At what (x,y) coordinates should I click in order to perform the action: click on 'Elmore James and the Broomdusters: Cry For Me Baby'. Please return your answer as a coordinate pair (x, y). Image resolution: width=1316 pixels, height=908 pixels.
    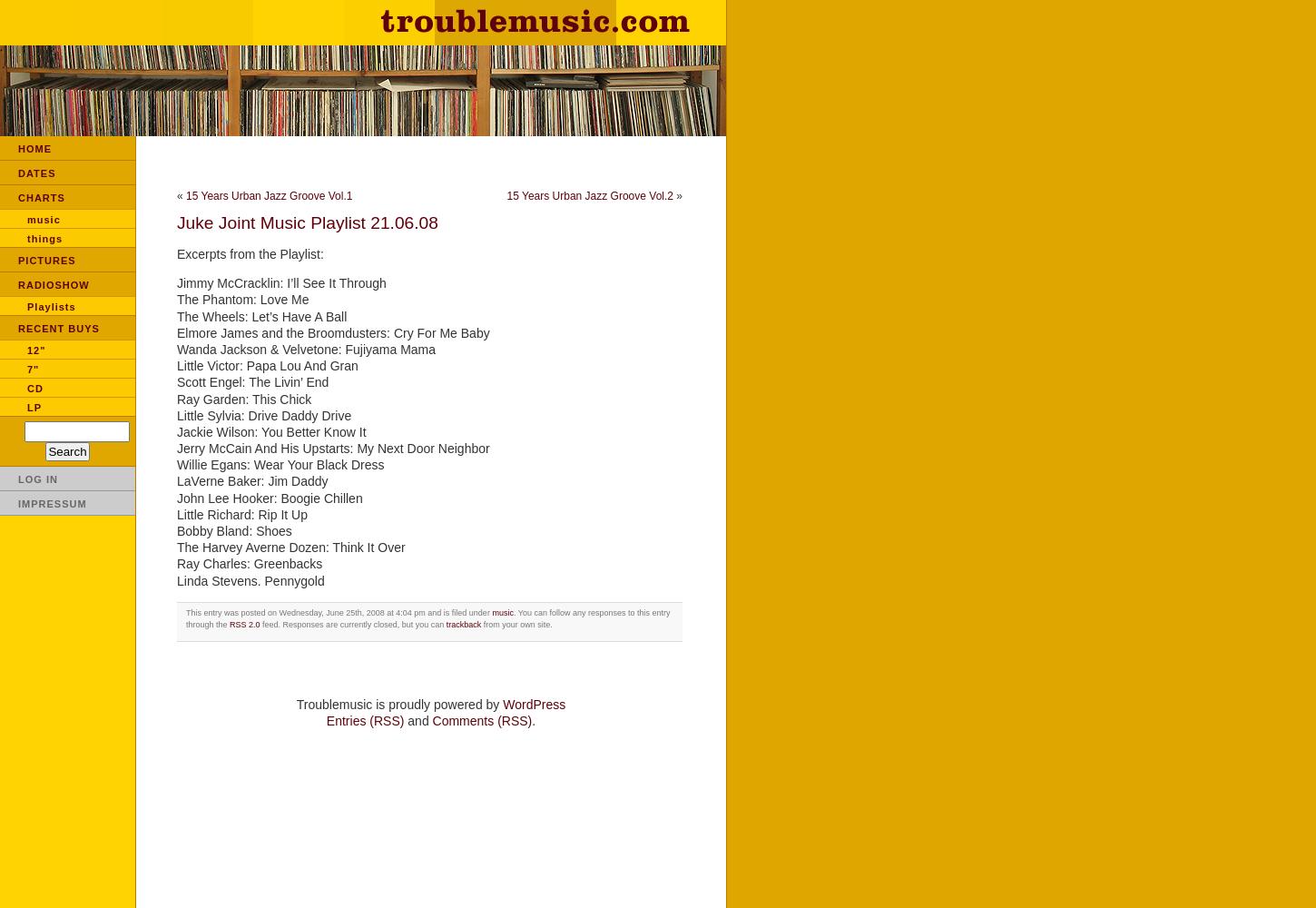
    Looking at the image, I should click on (331, 331).